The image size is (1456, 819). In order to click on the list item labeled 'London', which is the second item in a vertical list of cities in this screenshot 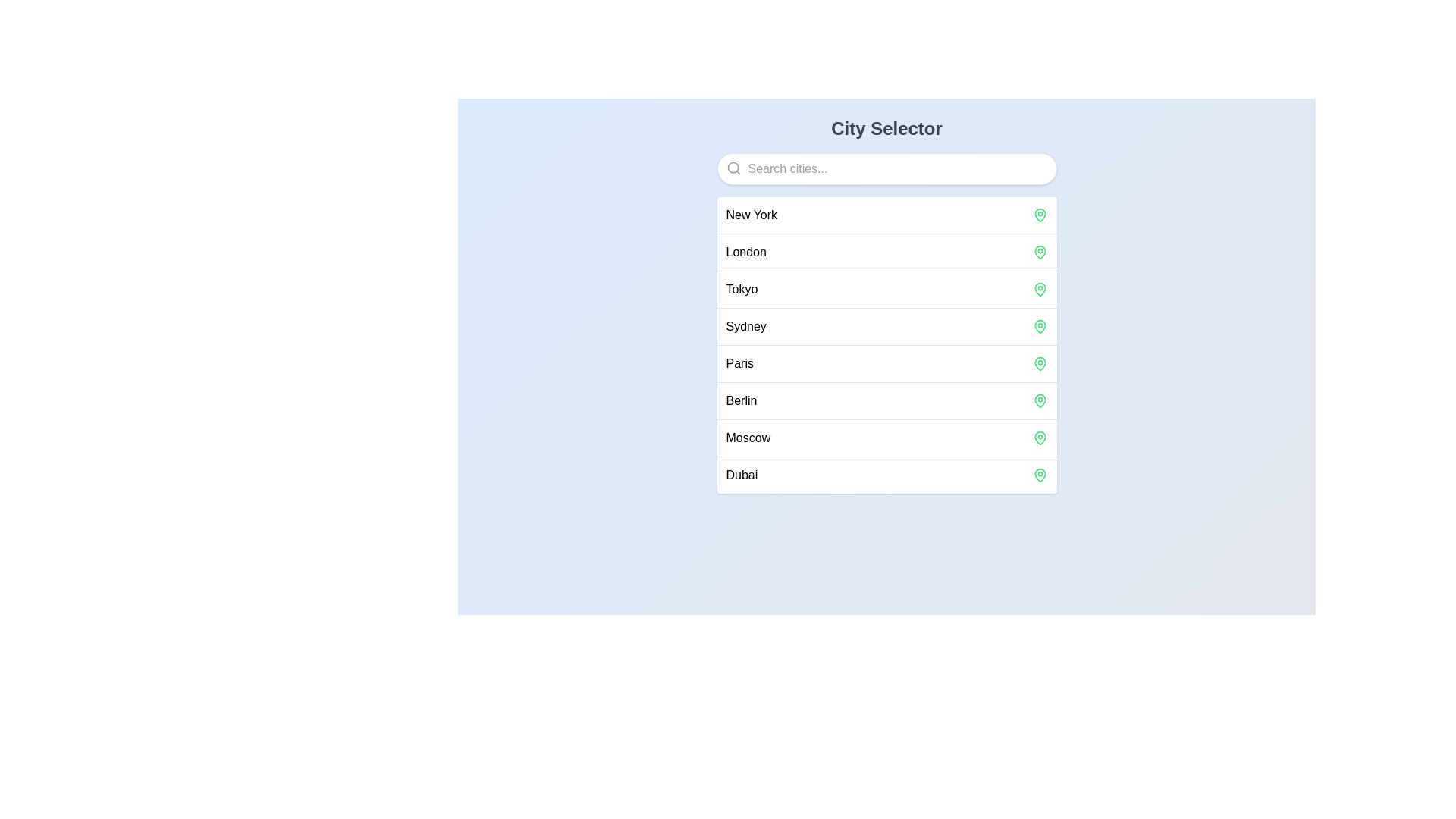, I will do `click(886, 251)`.